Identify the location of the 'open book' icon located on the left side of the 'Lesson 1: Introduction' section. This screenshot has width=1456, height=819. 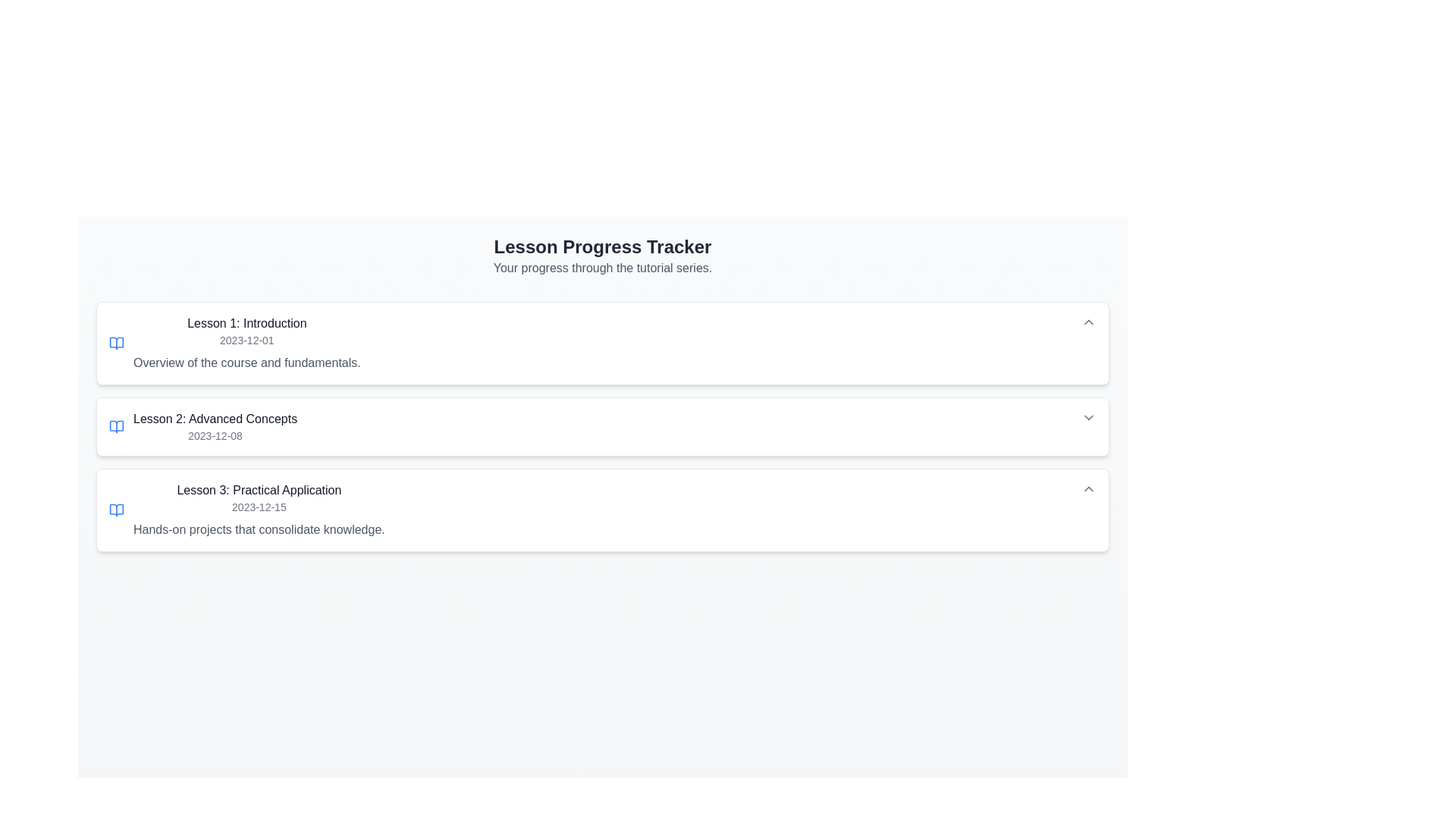
(115, 343).